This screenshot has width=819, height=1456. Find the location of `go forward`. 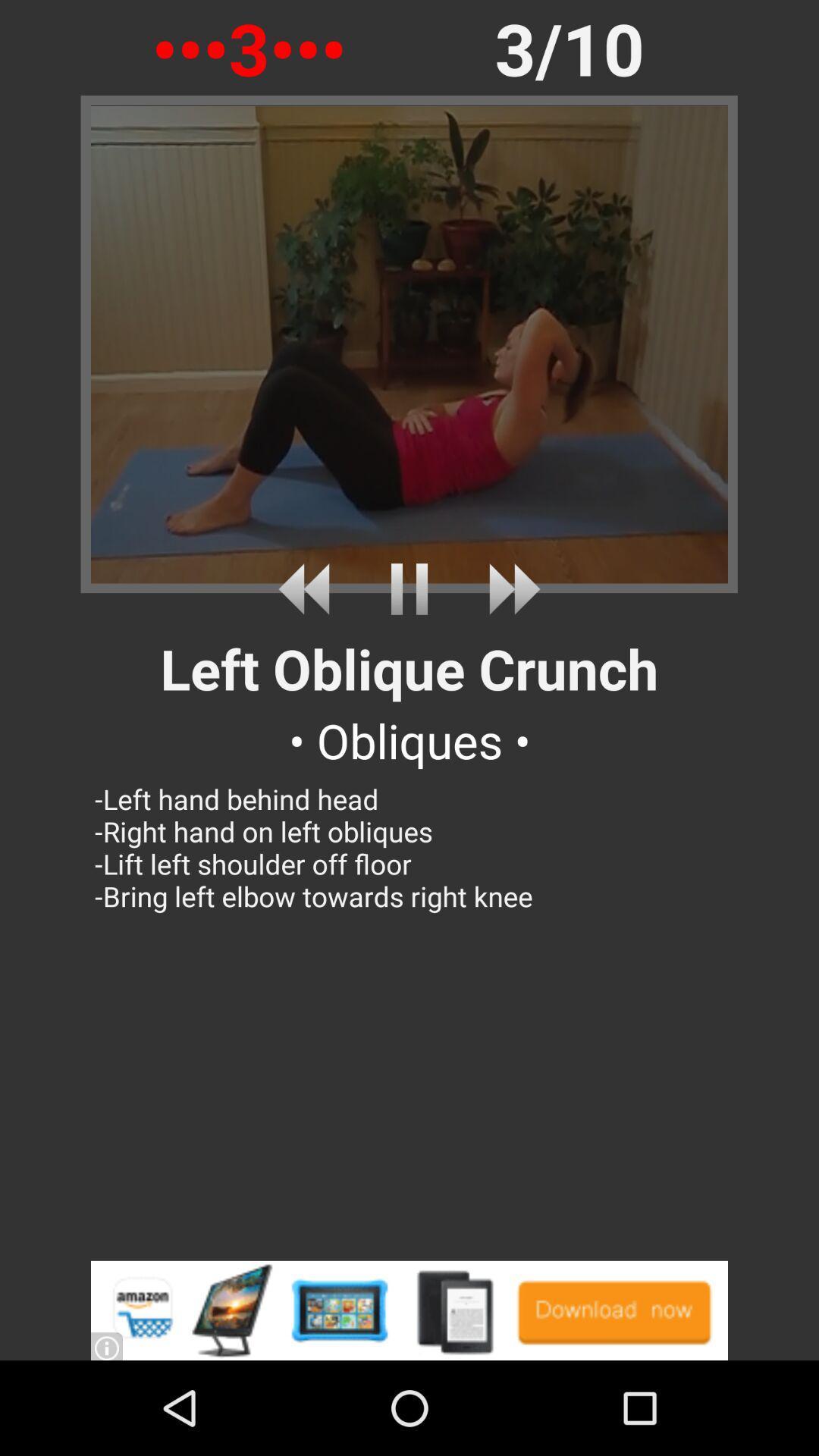

go forward is located at coordinates (509, 588).